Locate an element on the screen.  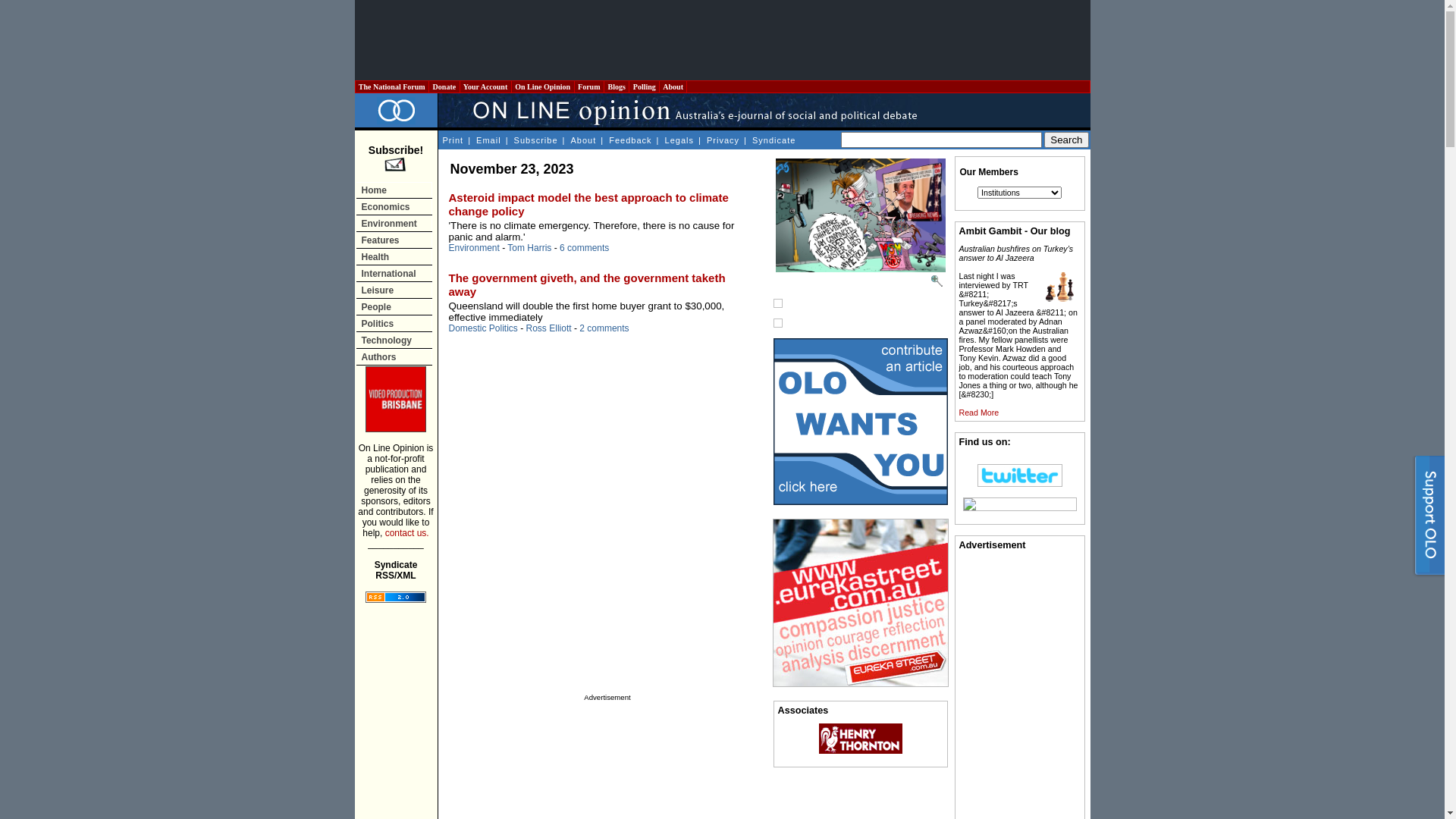
'Environment' is located at coordinates (447, 247).